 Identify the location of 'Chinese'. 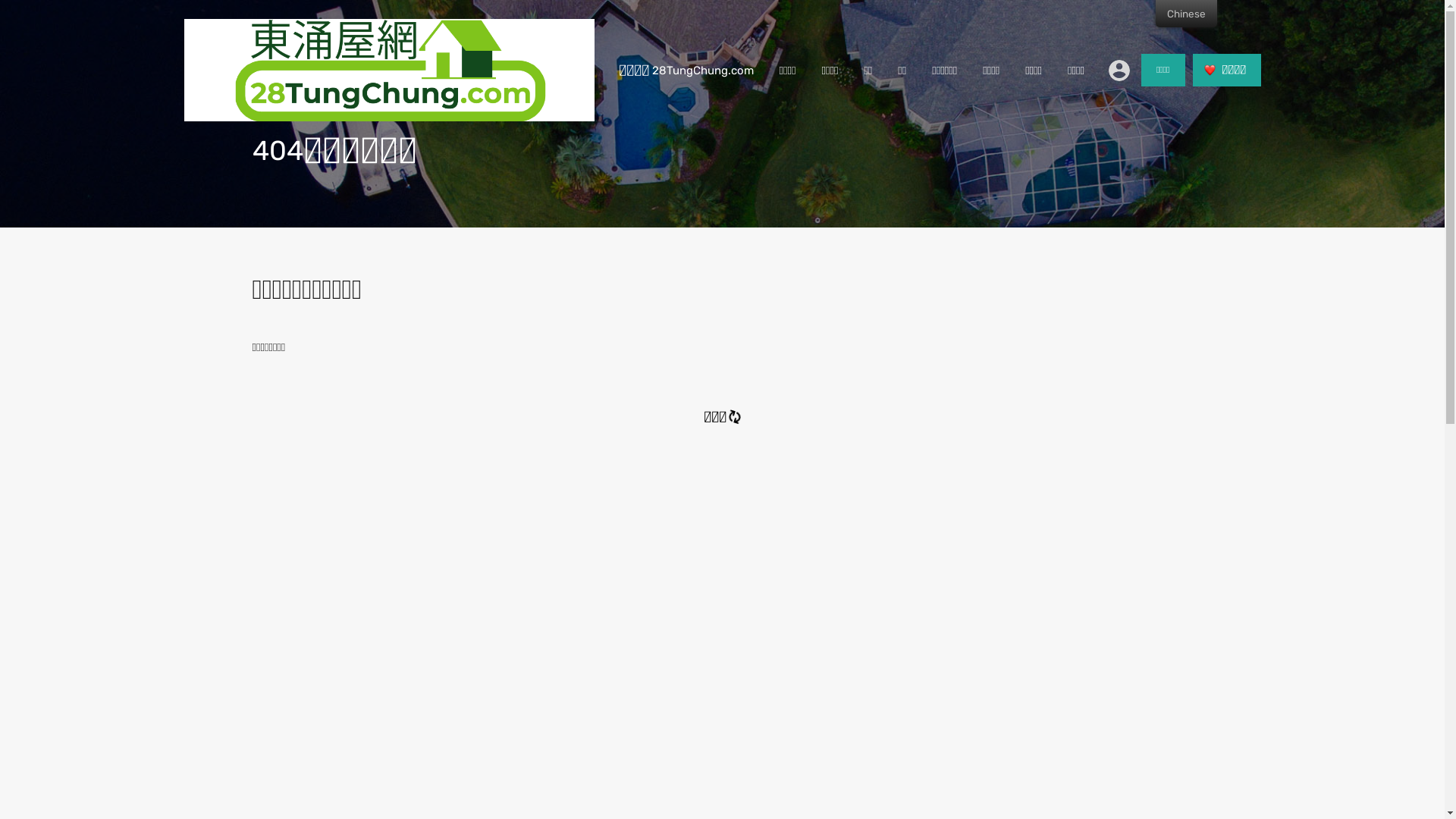
(1185, 14).